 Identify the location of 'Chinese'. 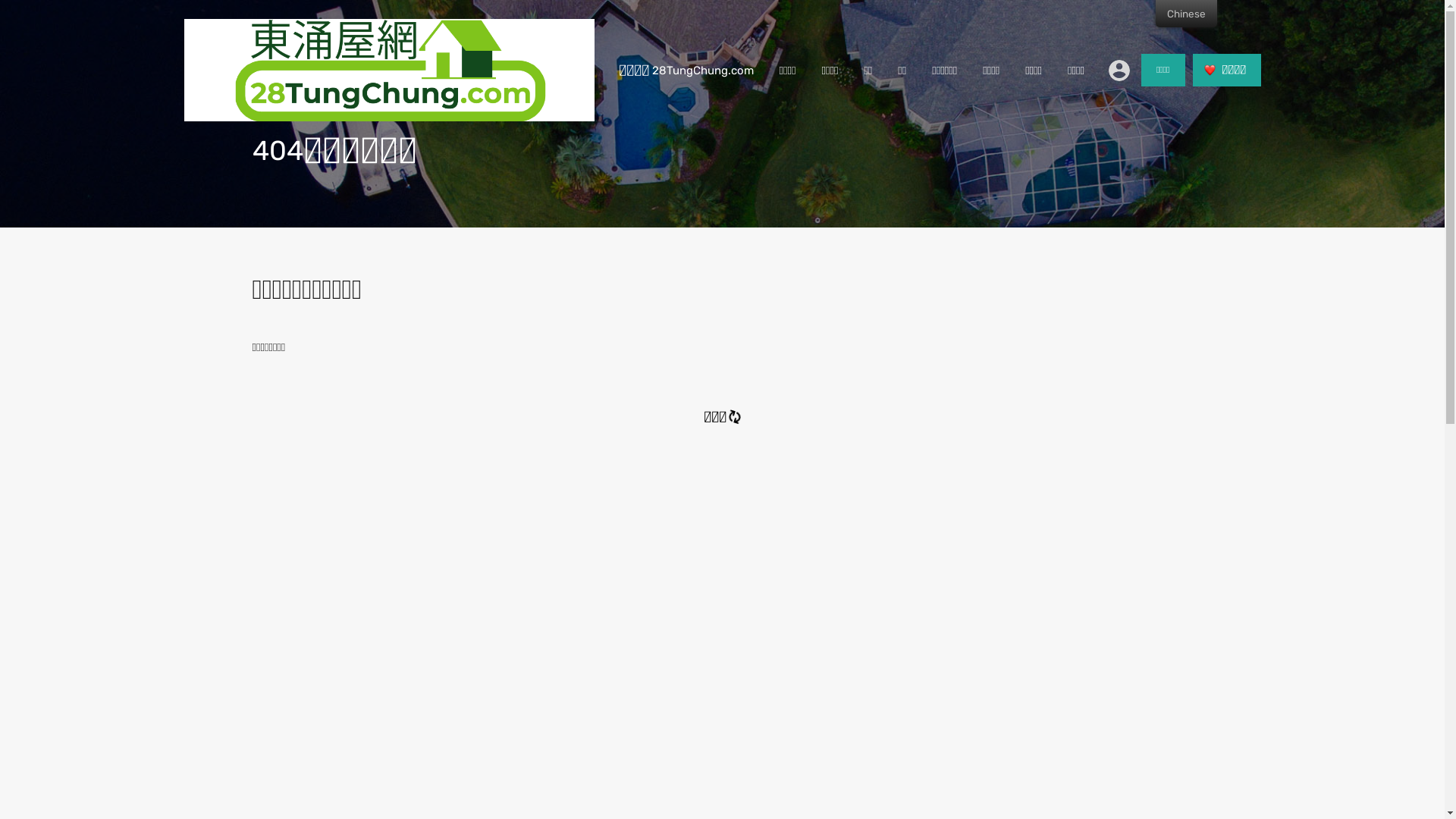
(1185, 14).